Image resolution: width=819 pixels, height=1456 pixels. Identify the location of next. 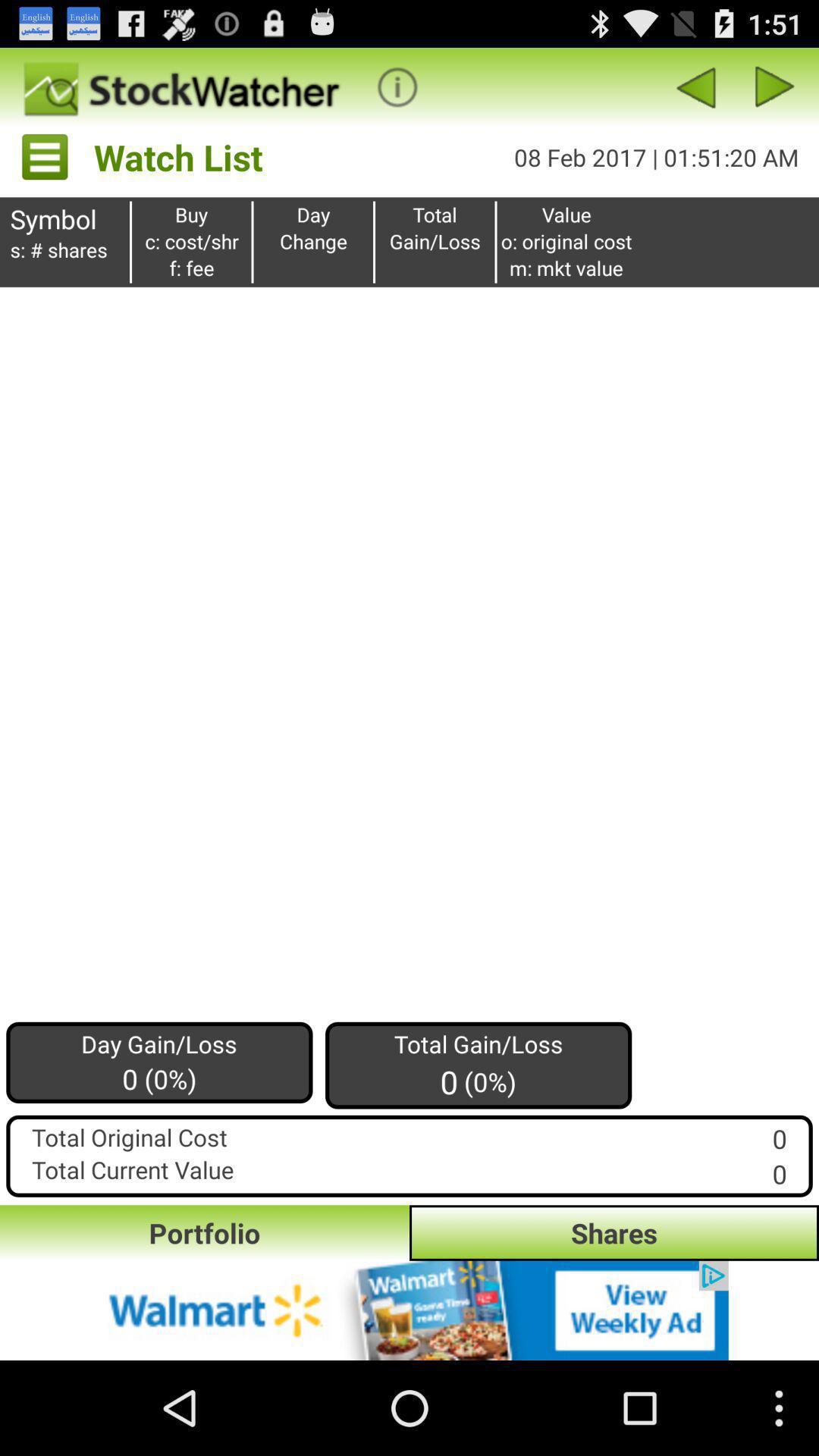
(775, 86).